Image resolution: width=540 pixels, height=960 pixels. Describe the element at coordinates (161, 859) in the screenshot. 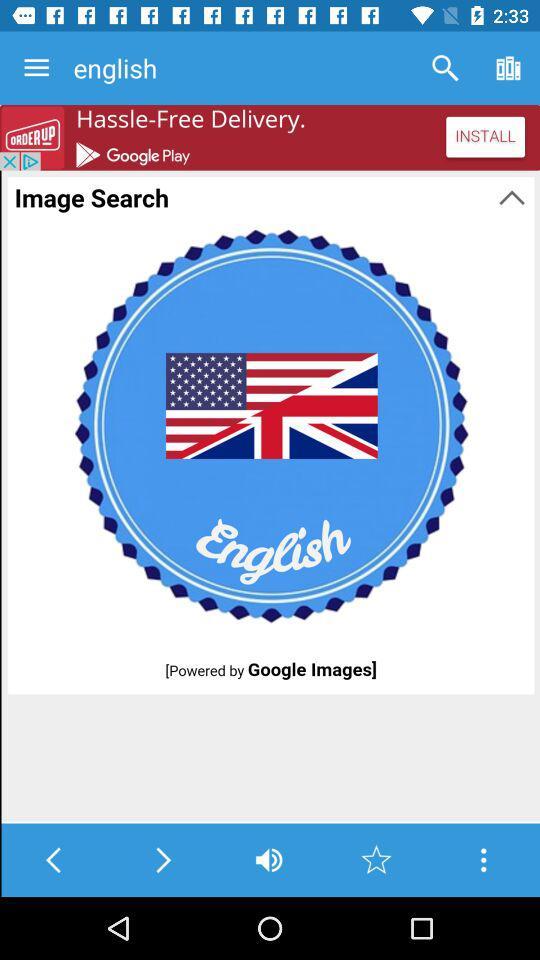

I see `the arrow_forward icon` at that location.